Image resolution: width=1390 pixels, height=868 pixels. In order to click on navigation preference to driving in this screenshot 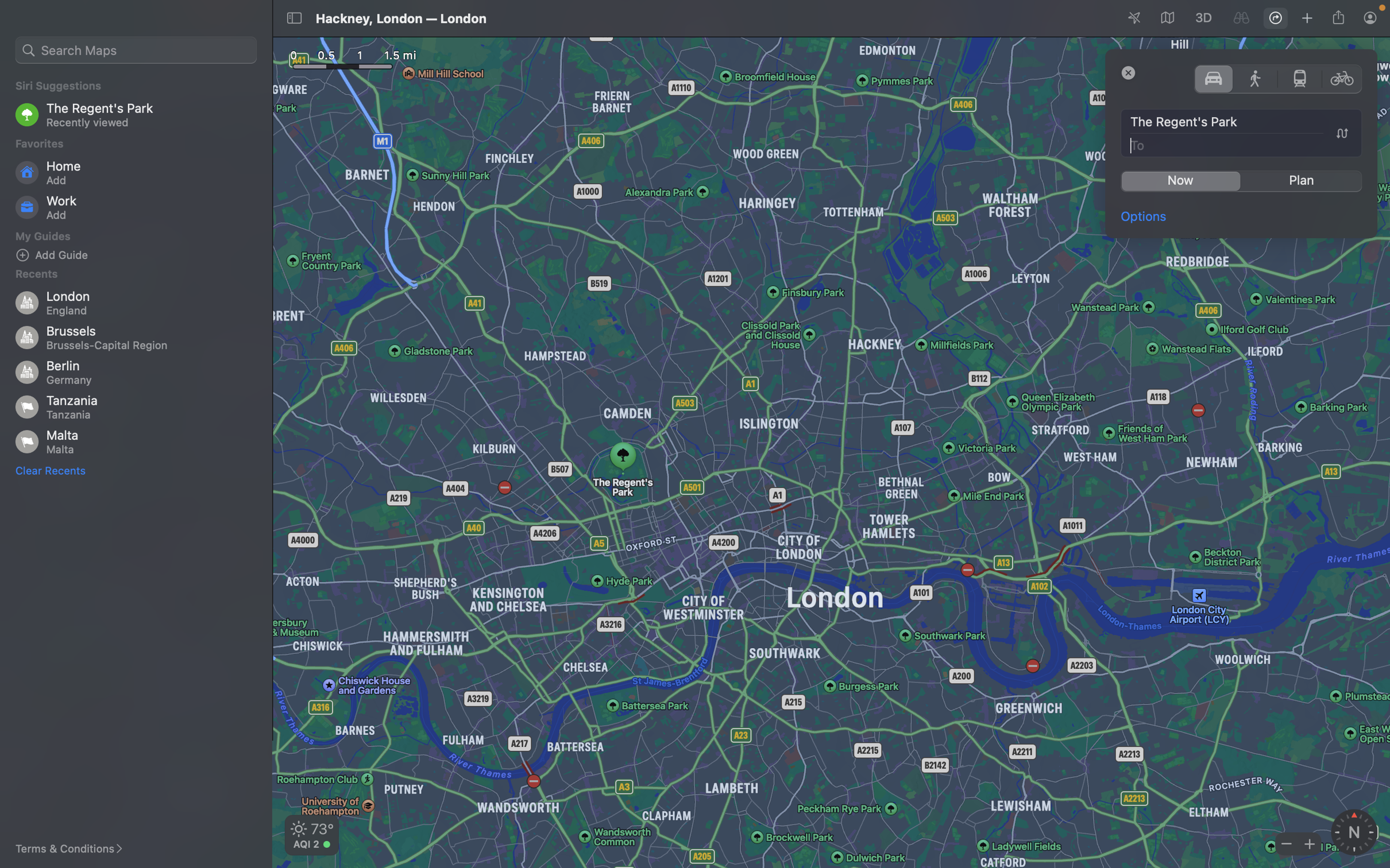, I will do `click(1213, 77)`.